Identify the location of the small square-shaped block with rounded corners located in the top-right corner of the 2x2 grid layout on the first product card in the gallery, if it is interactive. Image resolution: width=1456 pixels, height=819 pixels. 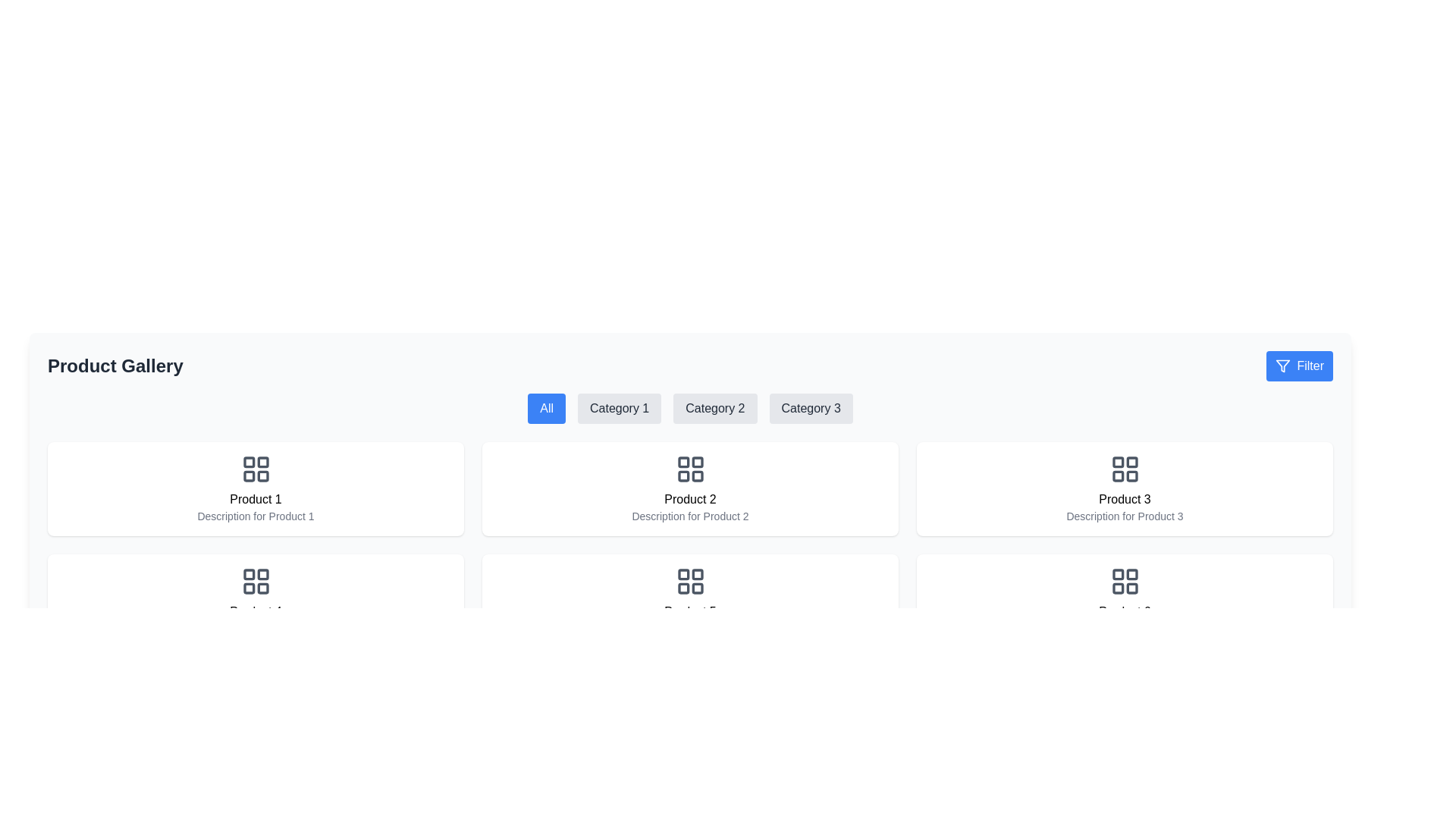
(262, 461).